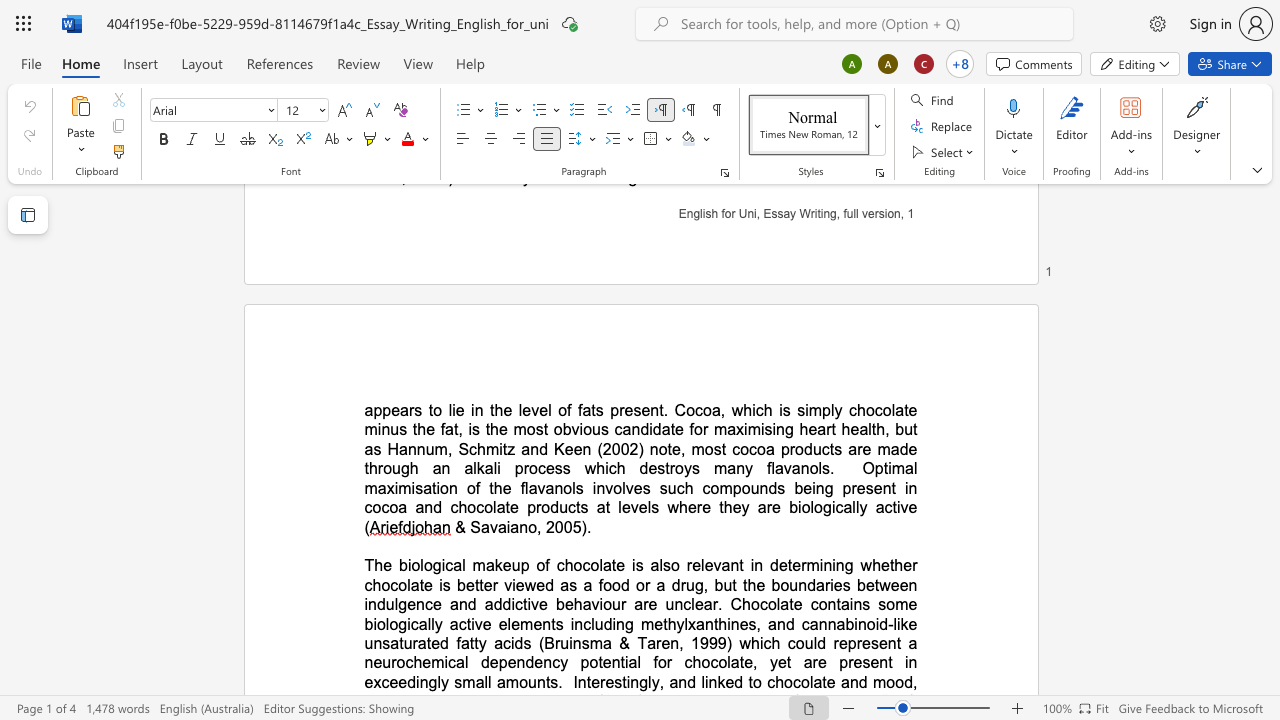 The height and width of the screenshot is (720, 1280). Describe the element at coordinates (480, 526) in the screenshot. I see `the space between the continuous character "S" and "a" in the text` at that location.